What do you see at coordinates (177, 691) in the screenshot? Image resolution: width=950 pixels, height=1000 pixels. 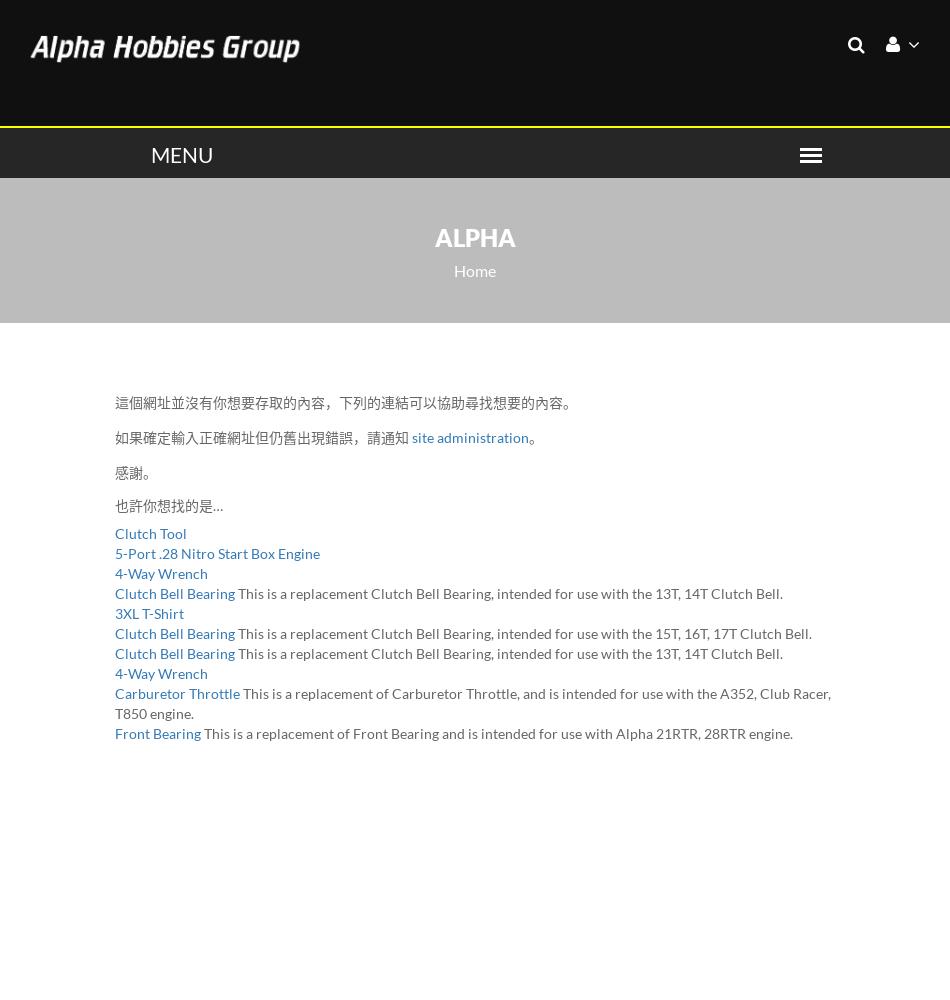 I see `'Carburetor Throttle'` at bounding box center [177, 691].